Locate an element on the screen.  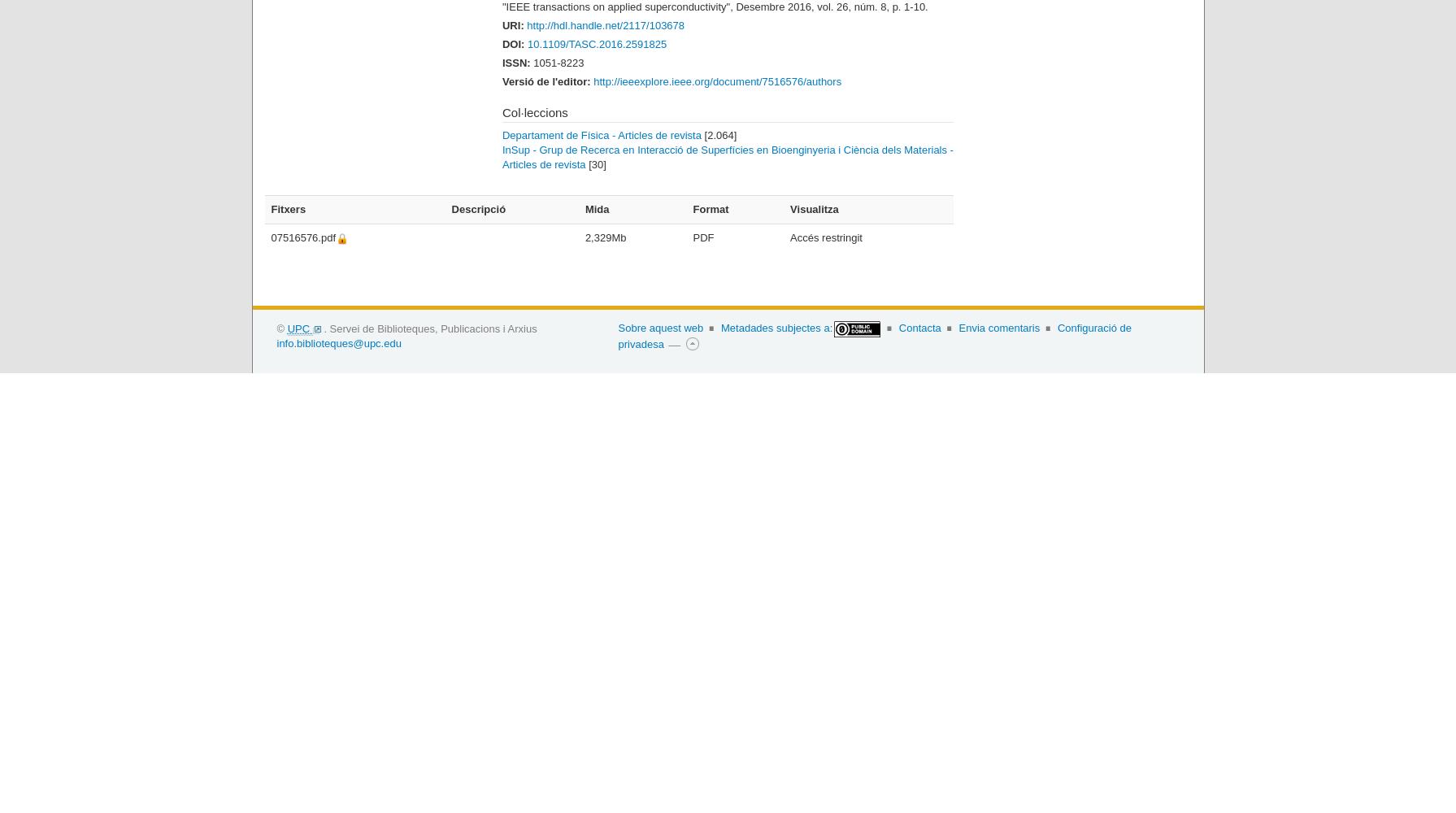
'Format' is located at coordinates (711, 208).